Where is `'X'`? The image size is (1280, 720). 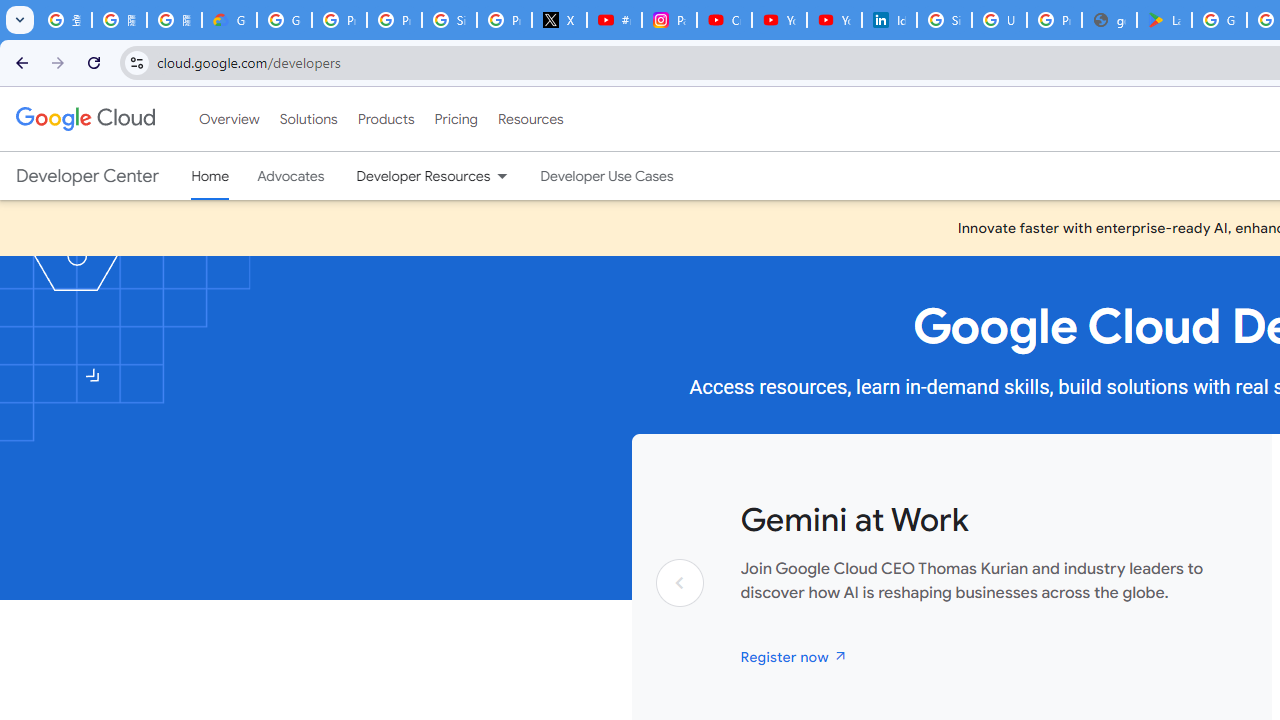
'X' is located at coordinates (560, 20).